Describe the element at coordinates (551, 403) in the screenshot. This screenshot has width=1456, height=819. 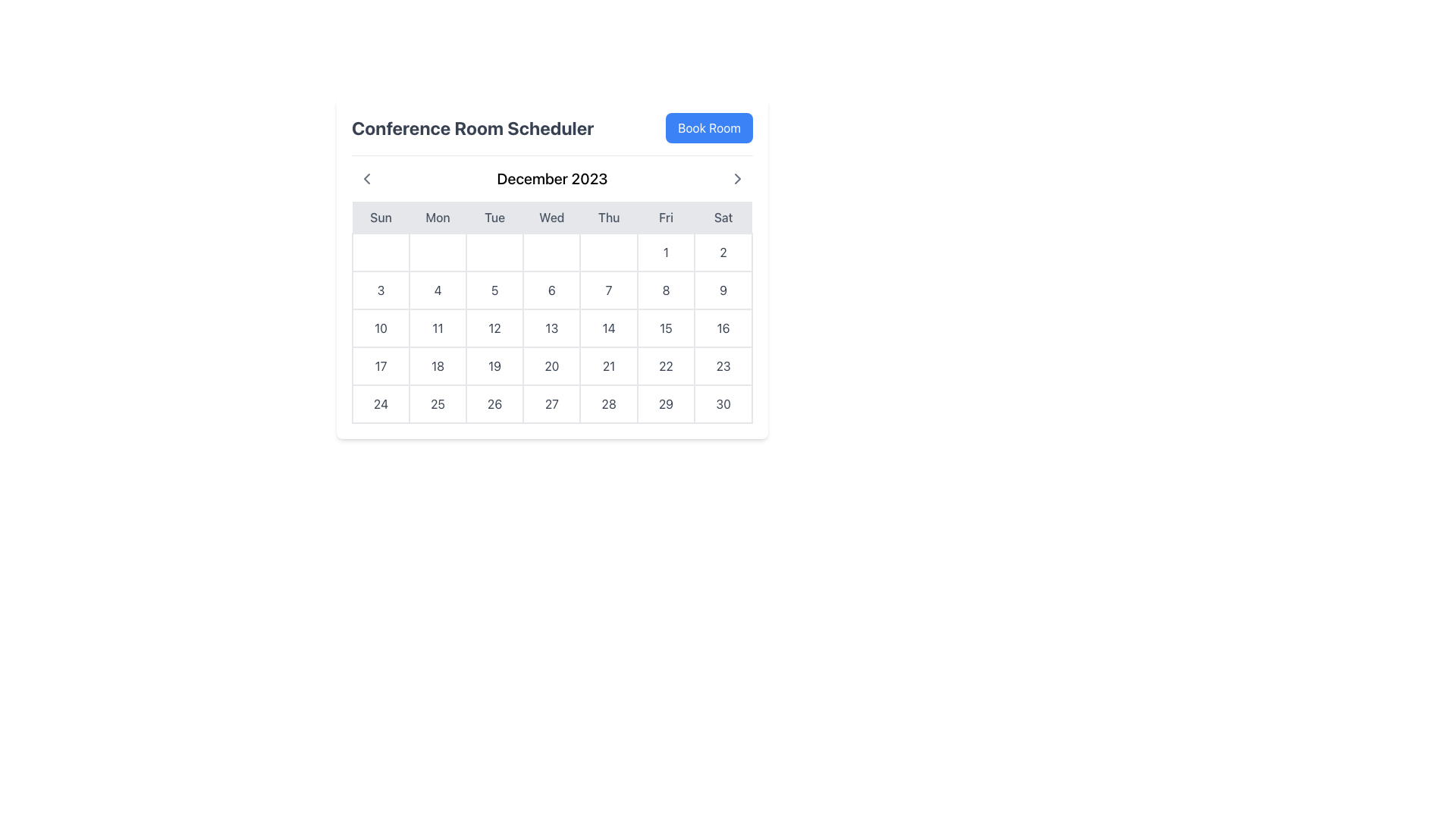
I see `the calendar date element indicating '27'` at that location.